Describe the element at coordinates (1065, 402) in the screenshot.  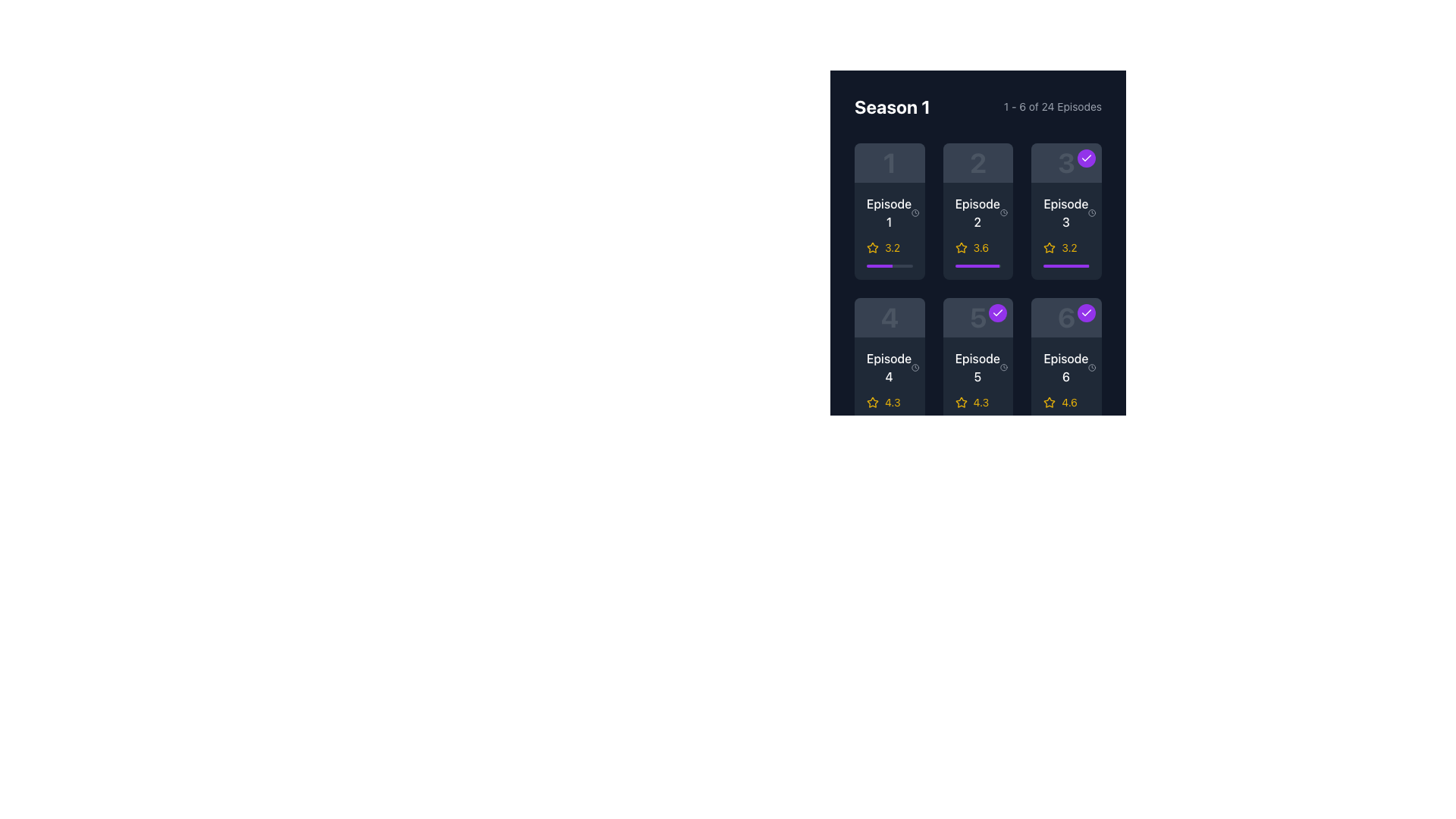
I see `the Rating display component showing a rating value of '4.6' with a yellow font and an outlined star icon, associated with 'Episode 6' in the bottom-right corner of the grid in the 'Season 1' section` at that location.